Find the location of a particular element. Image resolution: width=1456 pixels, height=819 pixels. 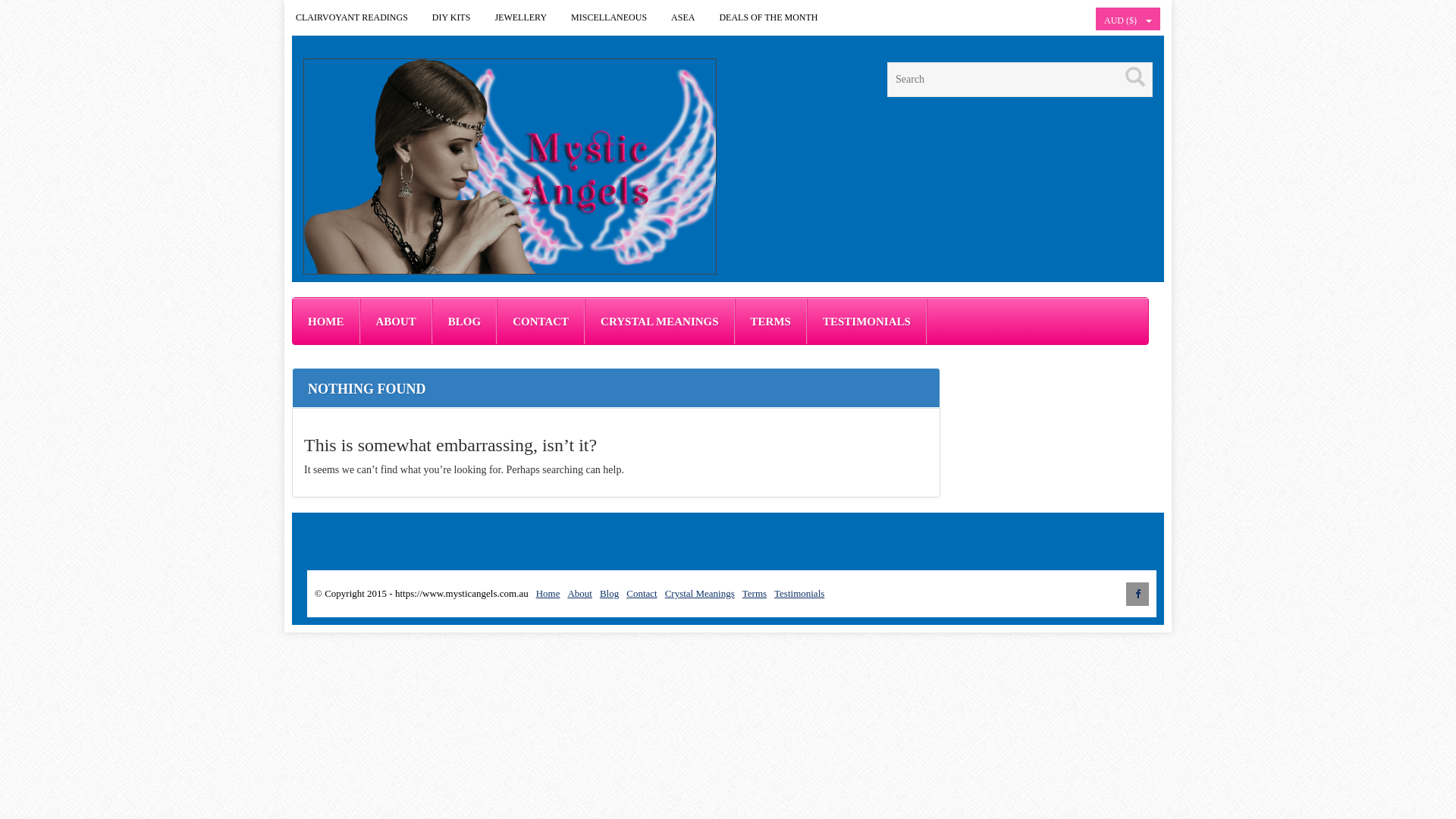

'HOME' is located at coordinates (325, 321).